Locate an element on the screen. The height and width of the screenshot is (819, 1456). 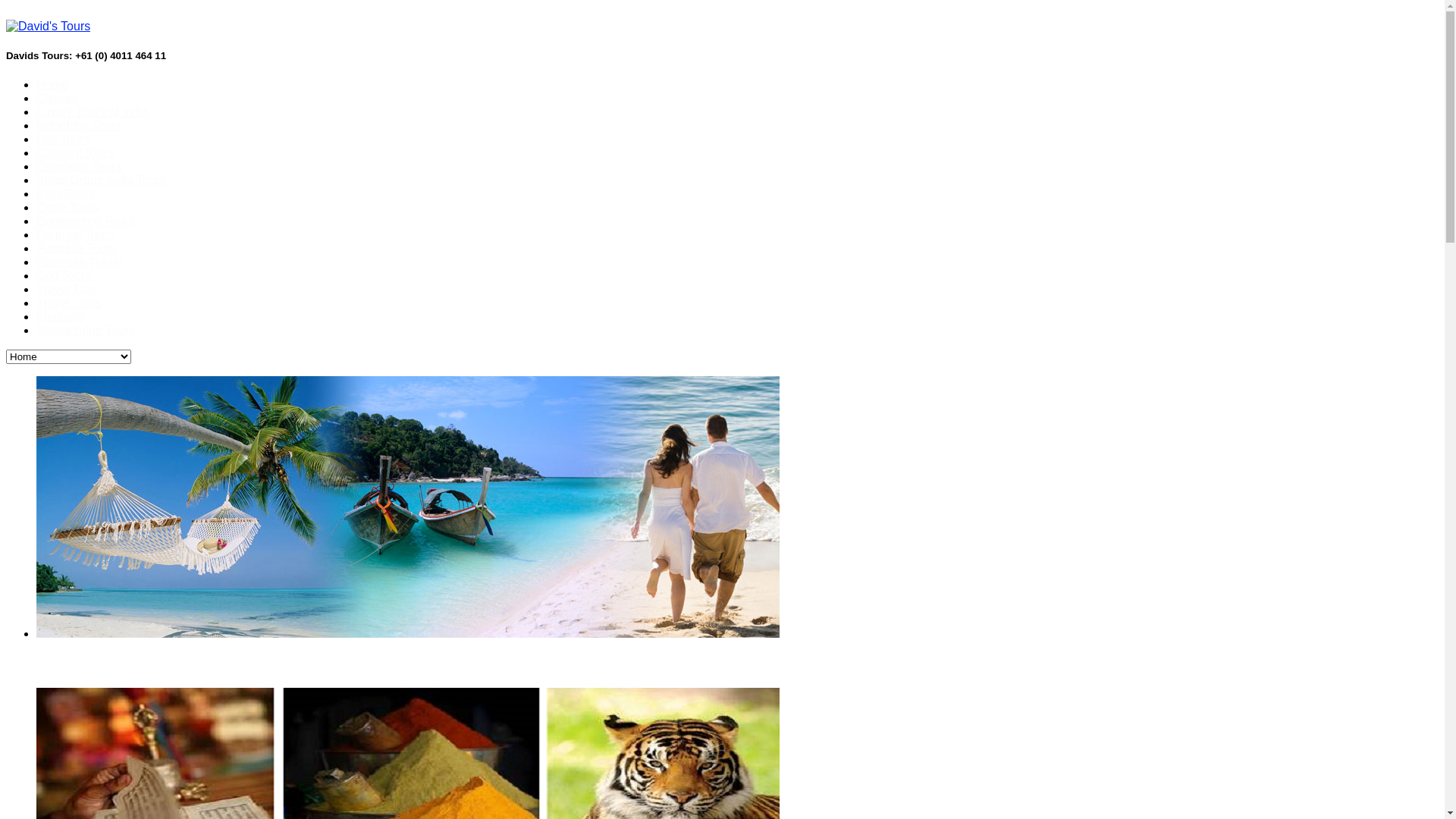
'Business Travel' is located at coordinates (78, 261).